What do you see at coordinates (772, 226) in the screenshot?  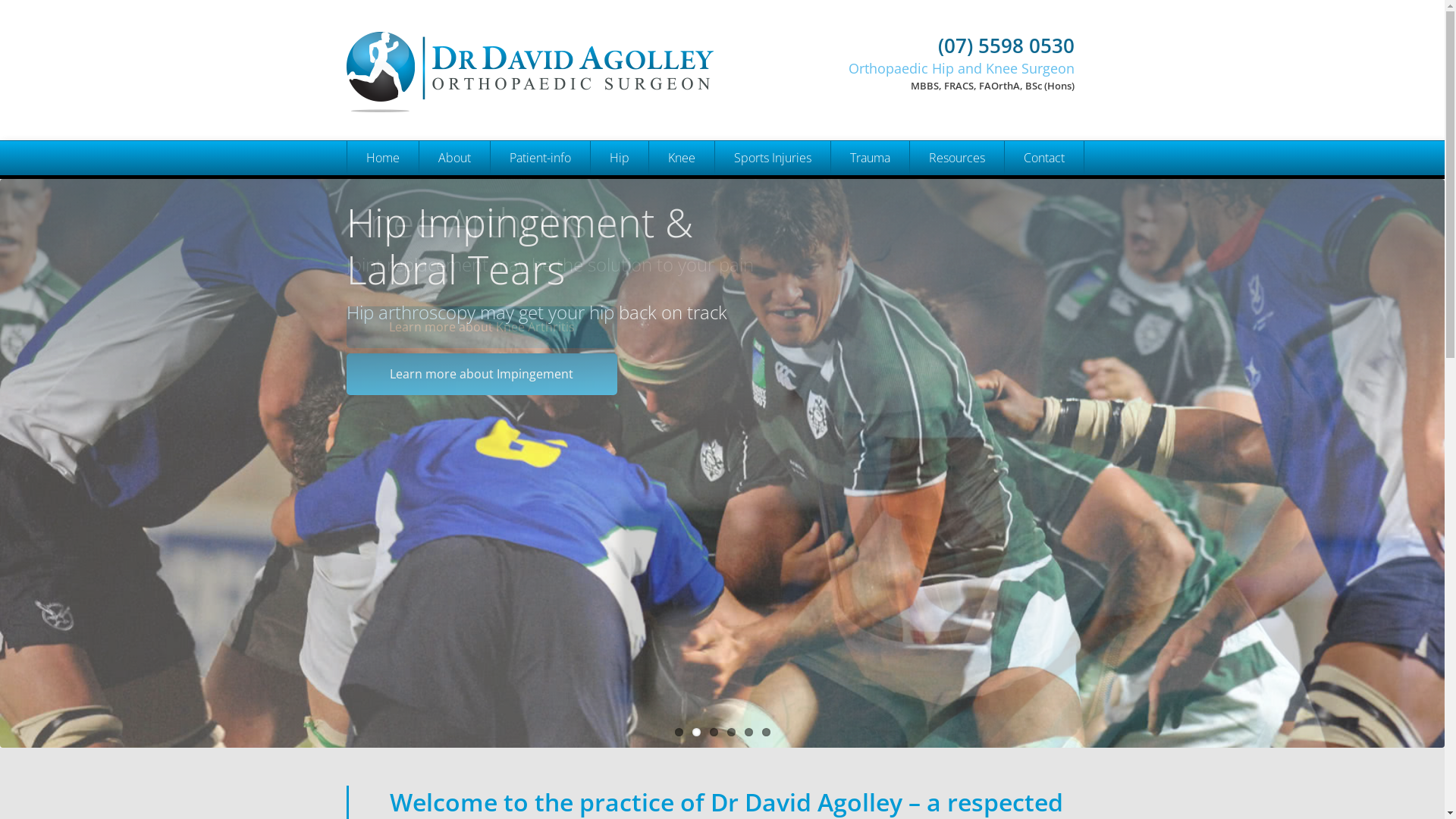 I see `'Hip Labral Tear'` at bounding box center [772, 226].